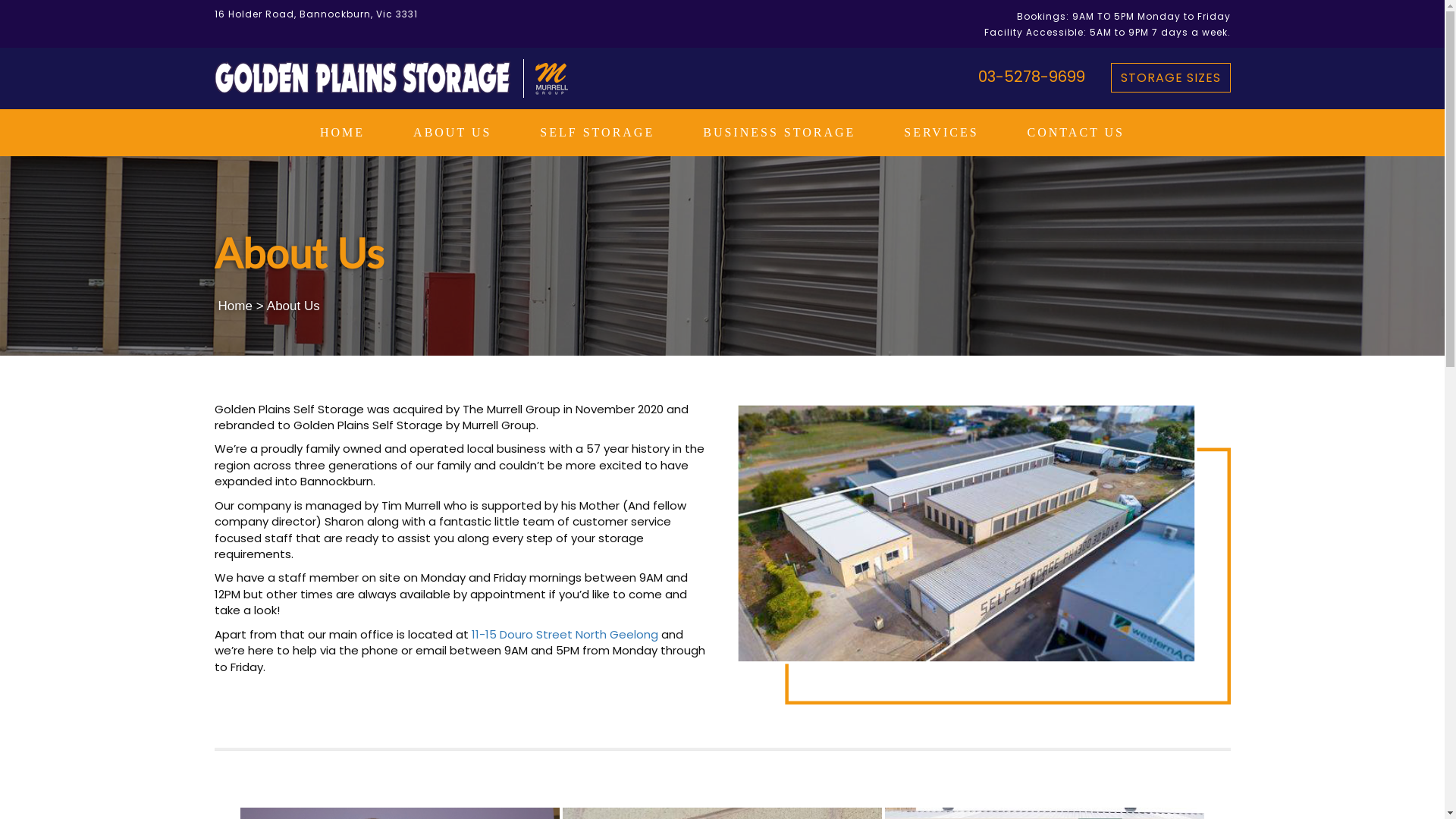  I want to click on 'STORAGE SIZES', so click(1169, 77).